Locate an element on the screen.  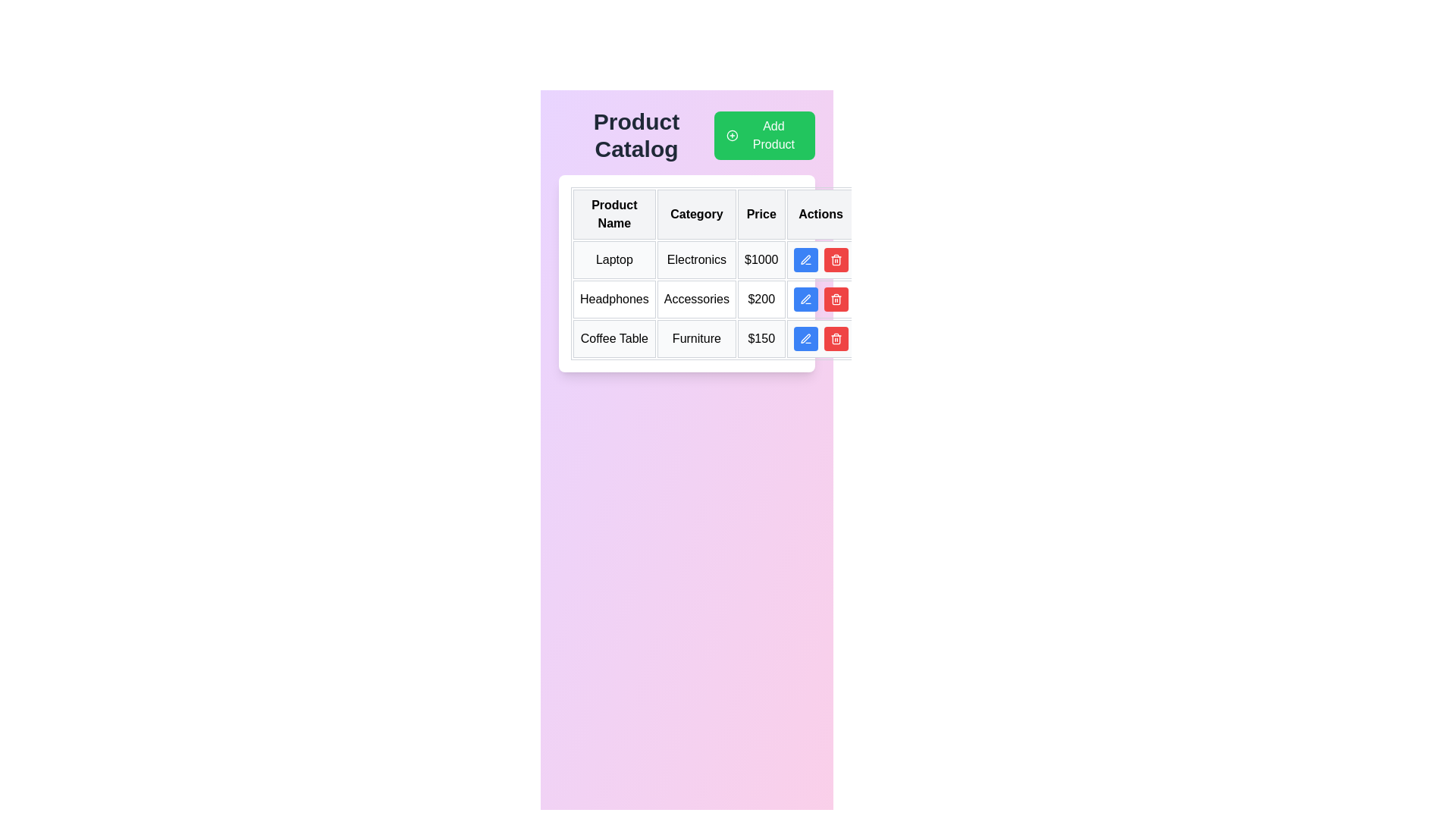
the action buttons in the button group for the 'Headphones' product located in the last column of the second row in the 'Actions' section of the table is located at coordinates (820, 299).